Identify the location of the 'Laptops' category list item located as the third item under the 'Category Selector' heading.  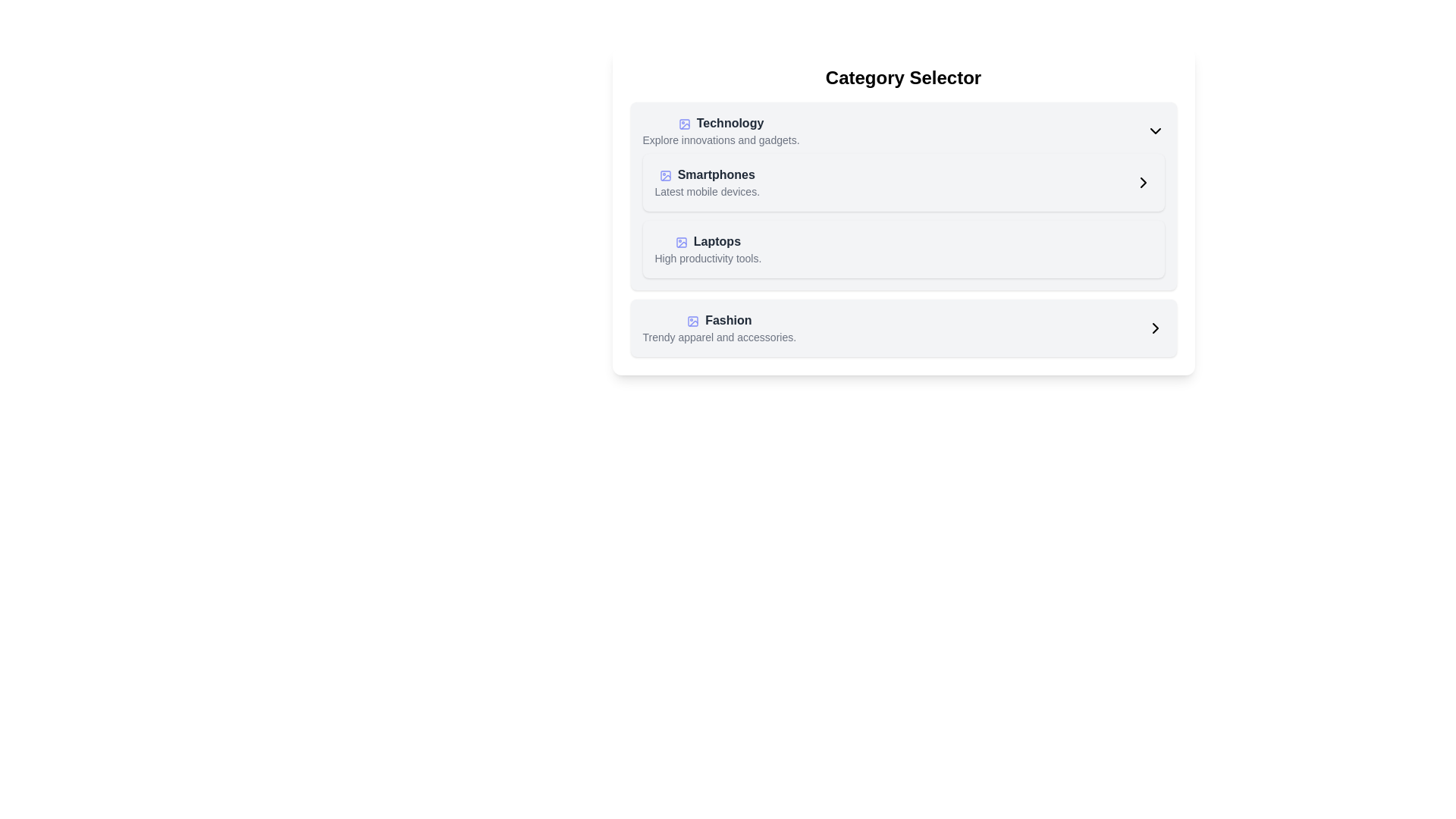
(707, 248).